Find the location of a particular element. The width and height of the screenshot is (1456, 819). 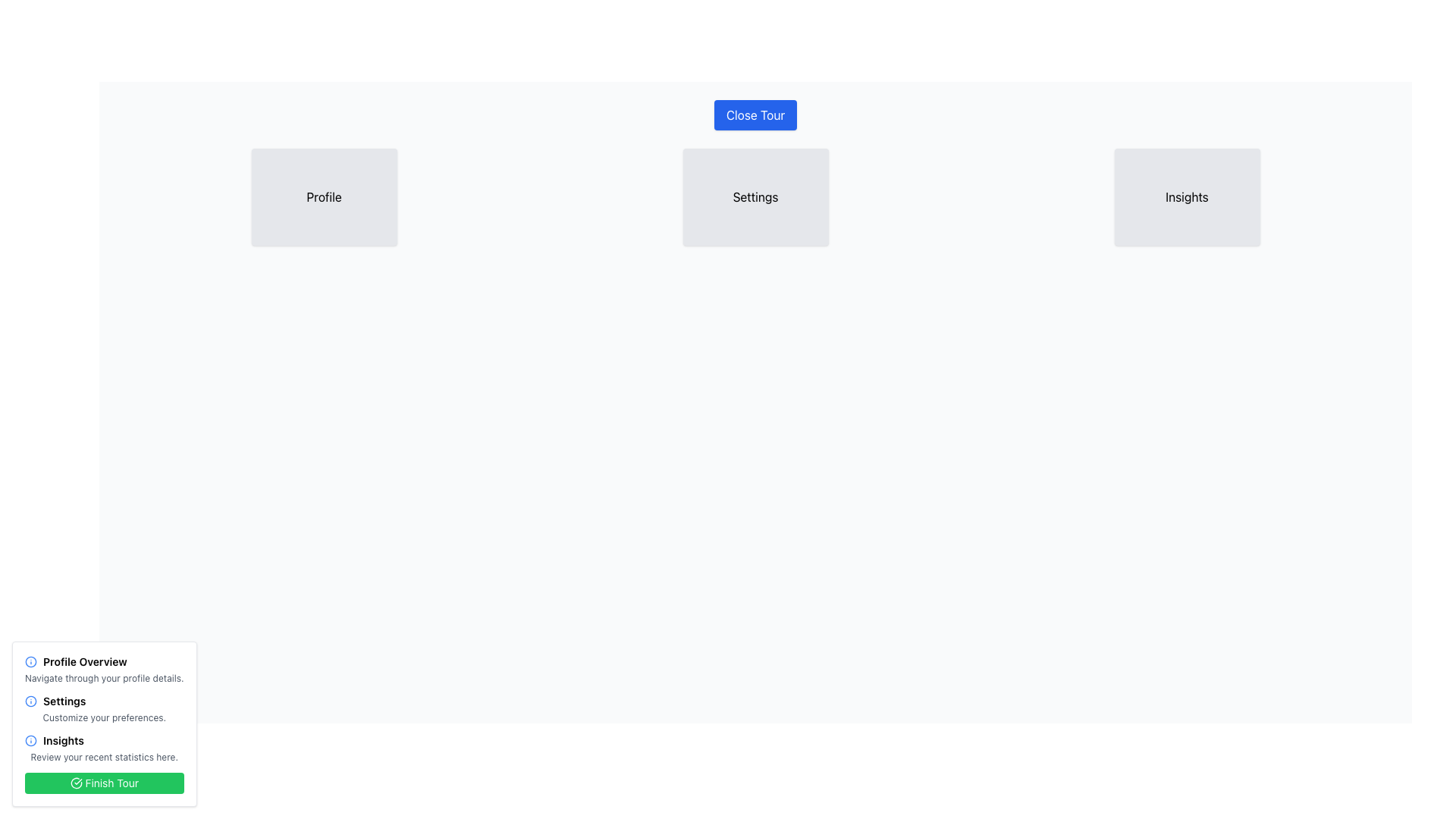

text from the 'Profile Overview' label which is the first item in a list-like structure, styled with a smaller font size and bold weight, located to the right of an informational icon is located at coordinates (84, 661).